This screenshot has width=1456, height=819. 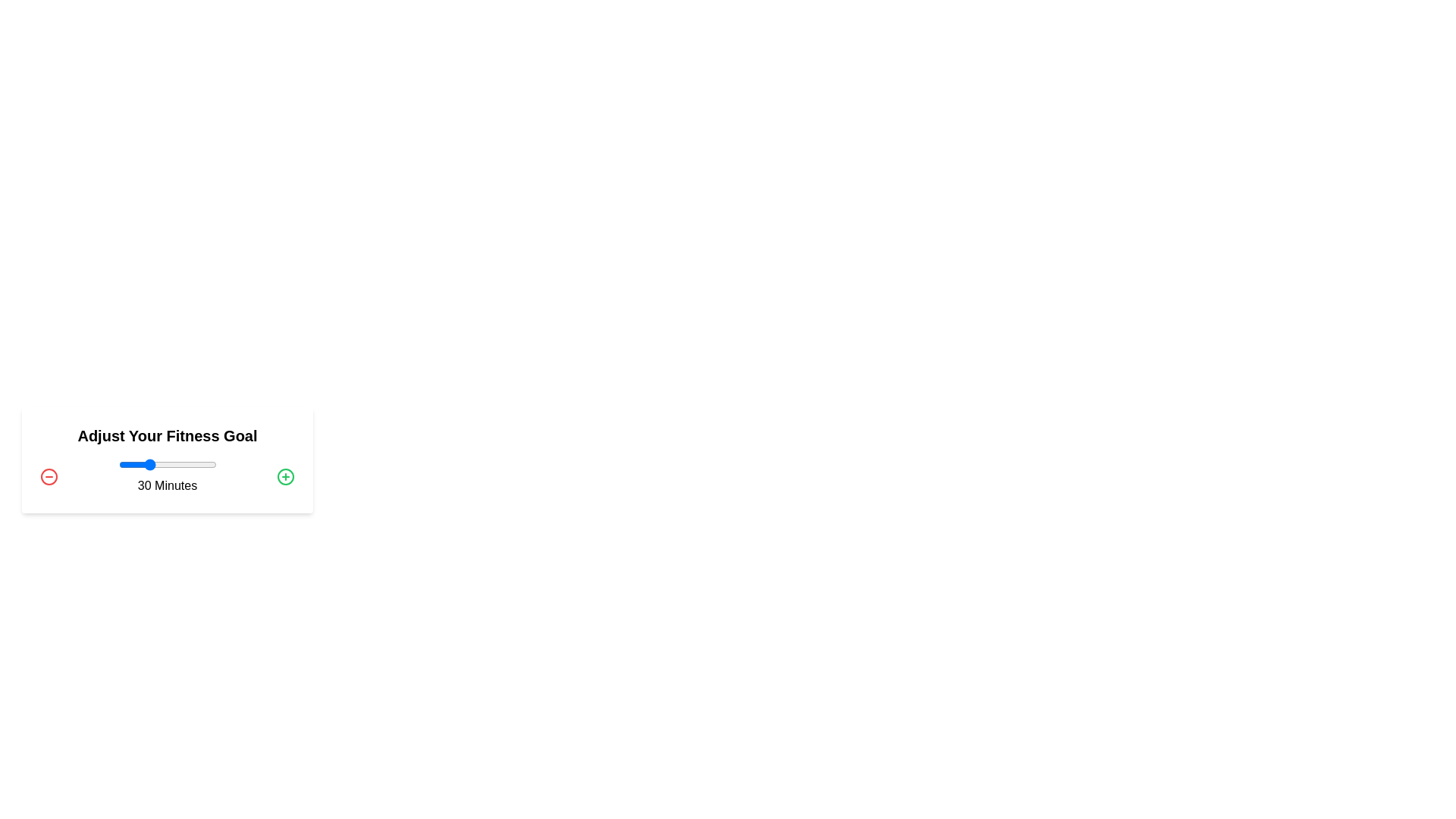 What do you see at coordinates (167, 485) in the screenshot?
I see `the text label displaying the currently selected duration of '30 Minutes' located below the slider in the 'Adjust Your Fitness Goal' section` at bounding box center [167, 485].